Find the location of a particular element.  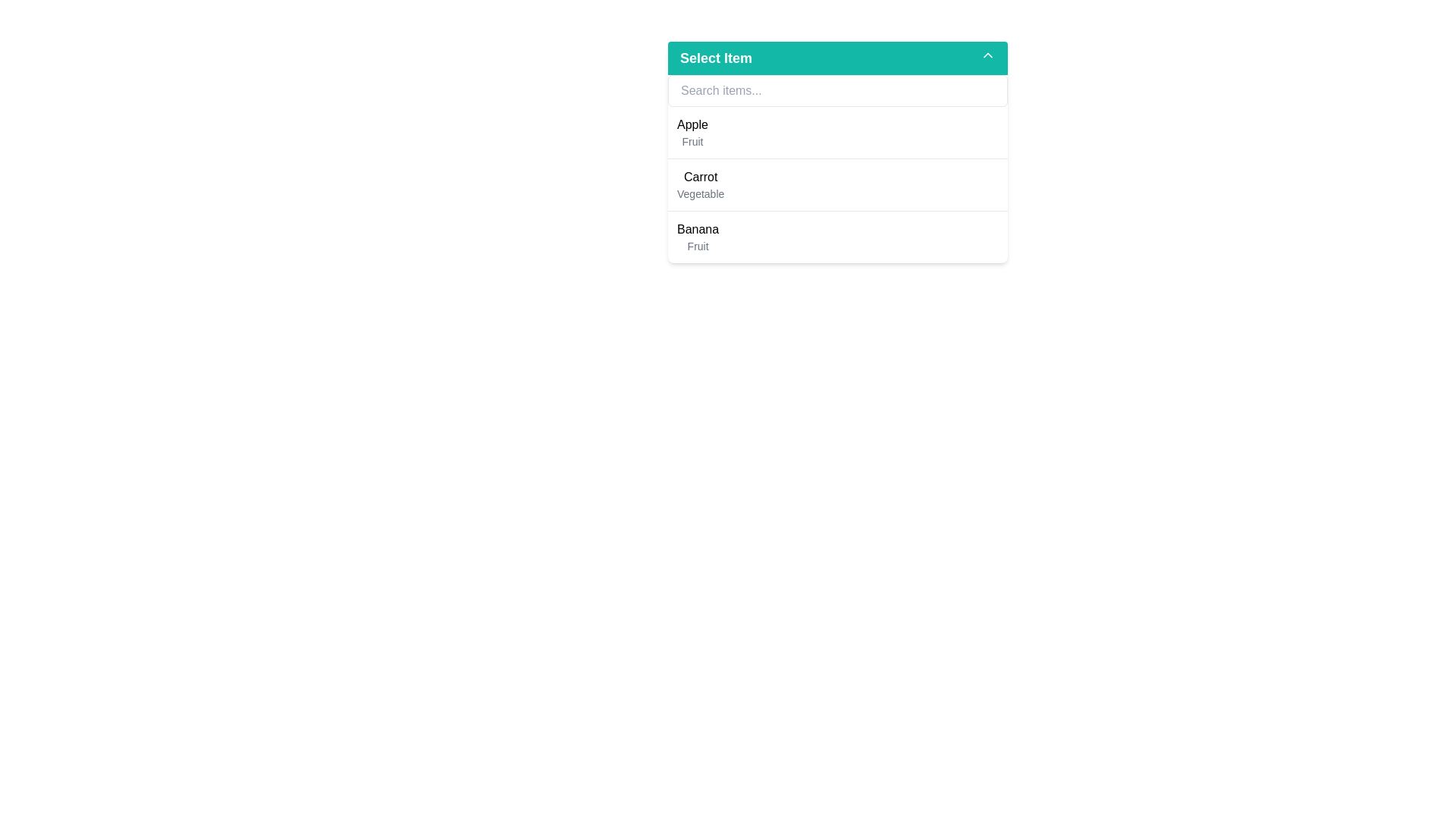

the 'Carrot' list item within the dropdown menu is located at coordinates (836, 152).